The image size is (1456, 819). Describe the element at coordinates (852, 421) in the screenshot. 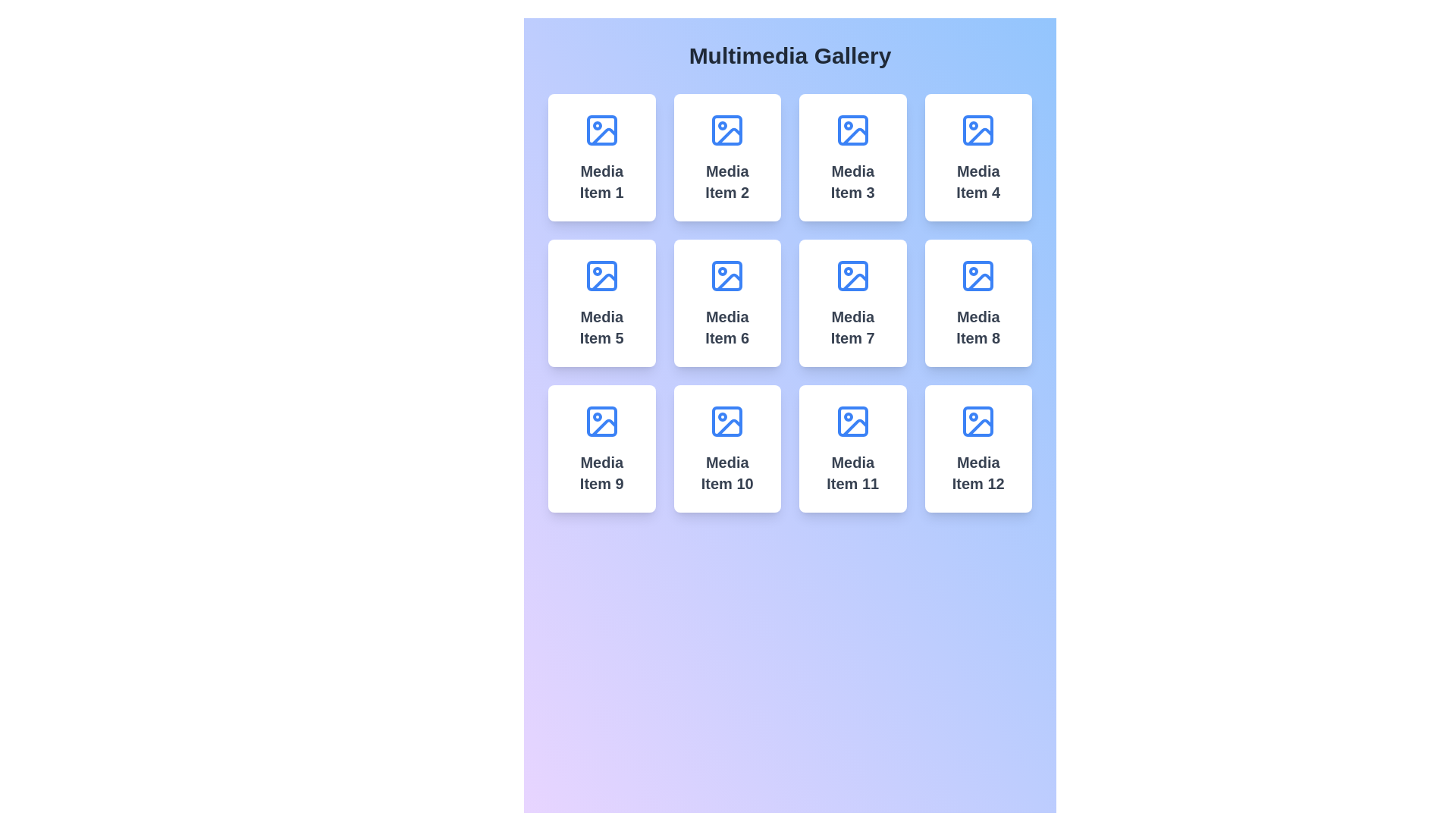

I see `the blue geometric icon representing an image frame with a circle and diagonal line, located at the upper central part of the 'Media Item 11' card in the 4x3 grid layout` at that location.